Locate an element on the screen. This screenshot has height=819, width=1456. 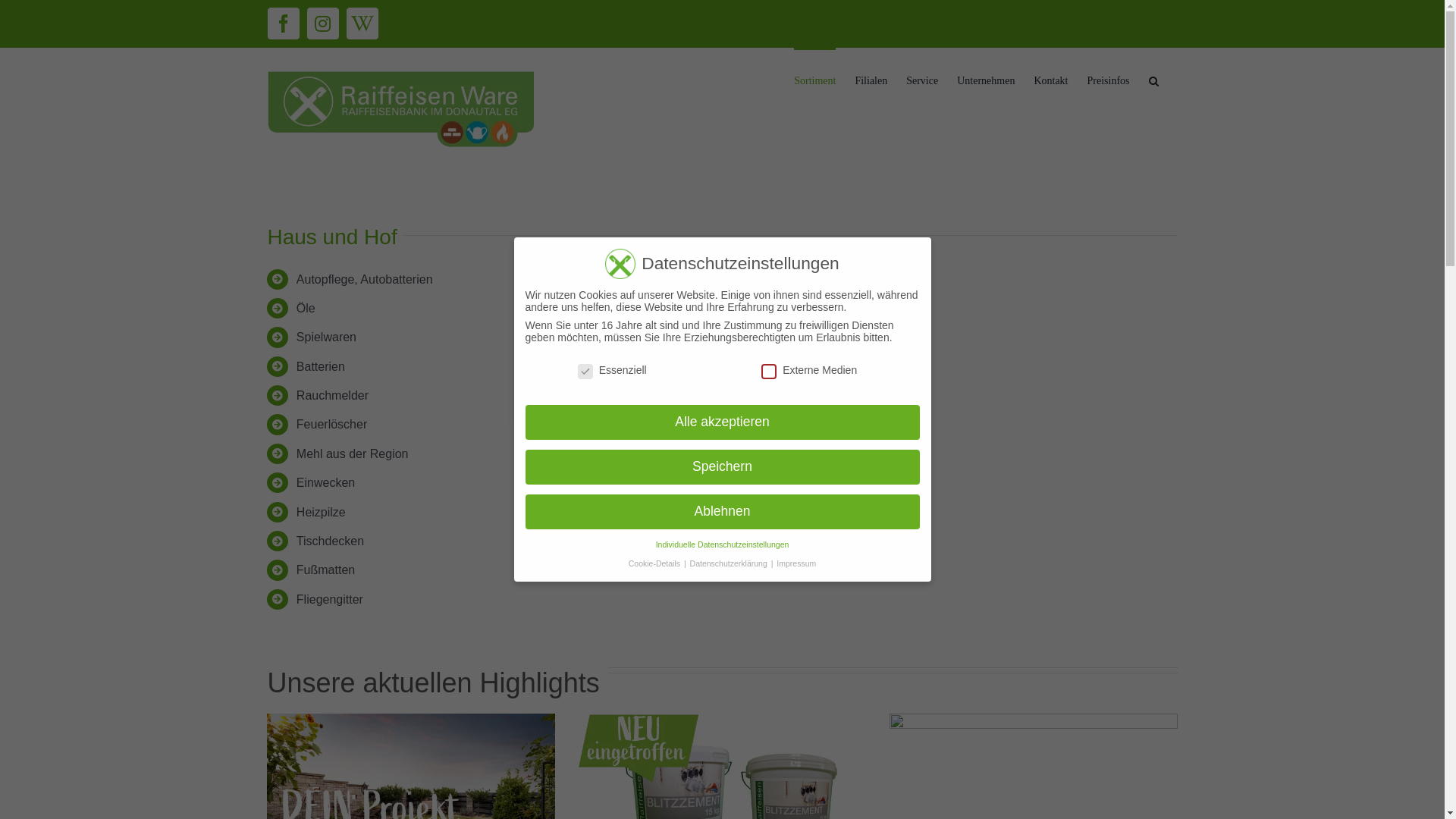
'Unternehmen' is located at coordinates (986, 79).